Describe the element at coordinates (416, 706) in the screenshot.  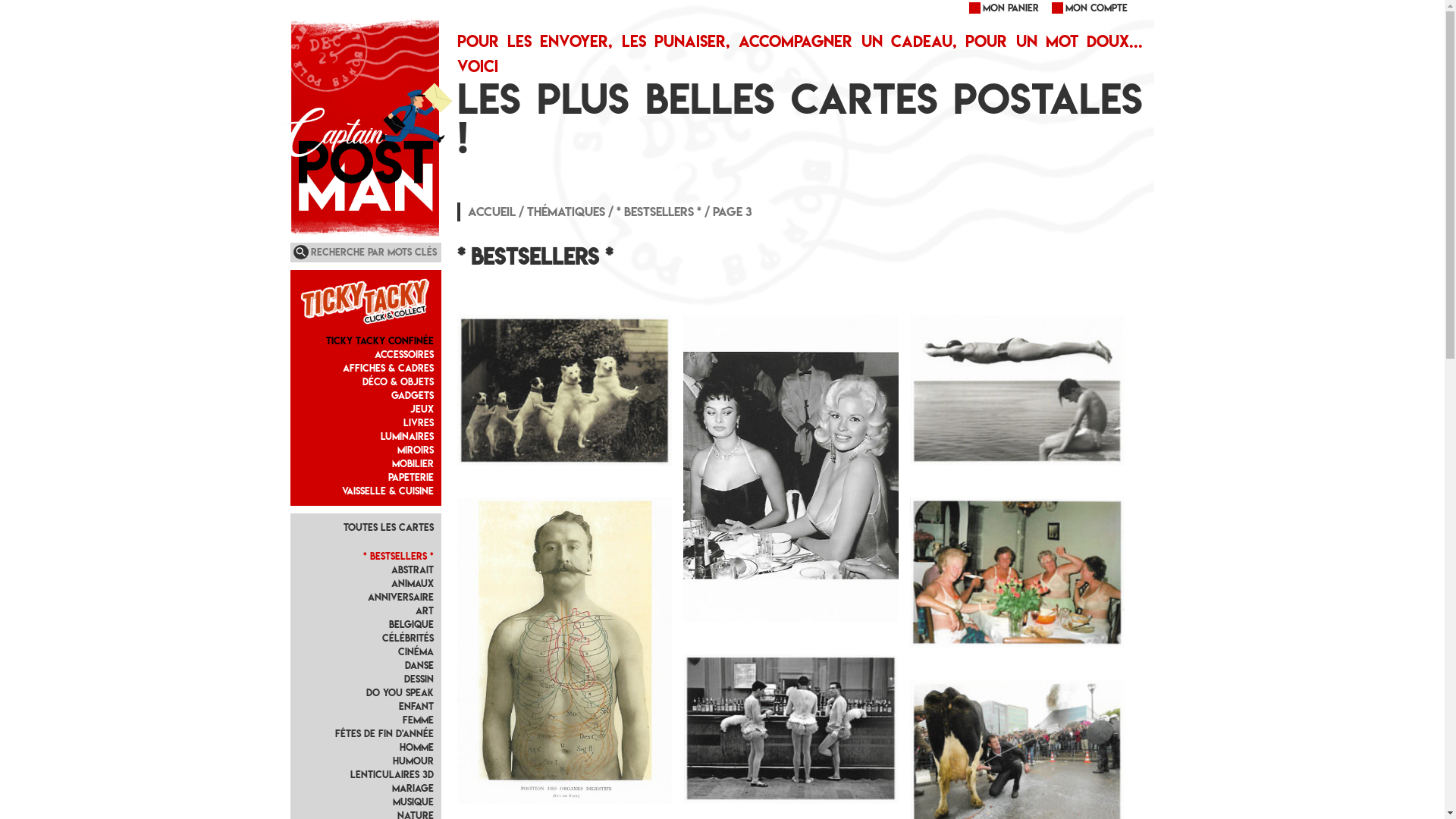
I see `'Enfant'` at that location.